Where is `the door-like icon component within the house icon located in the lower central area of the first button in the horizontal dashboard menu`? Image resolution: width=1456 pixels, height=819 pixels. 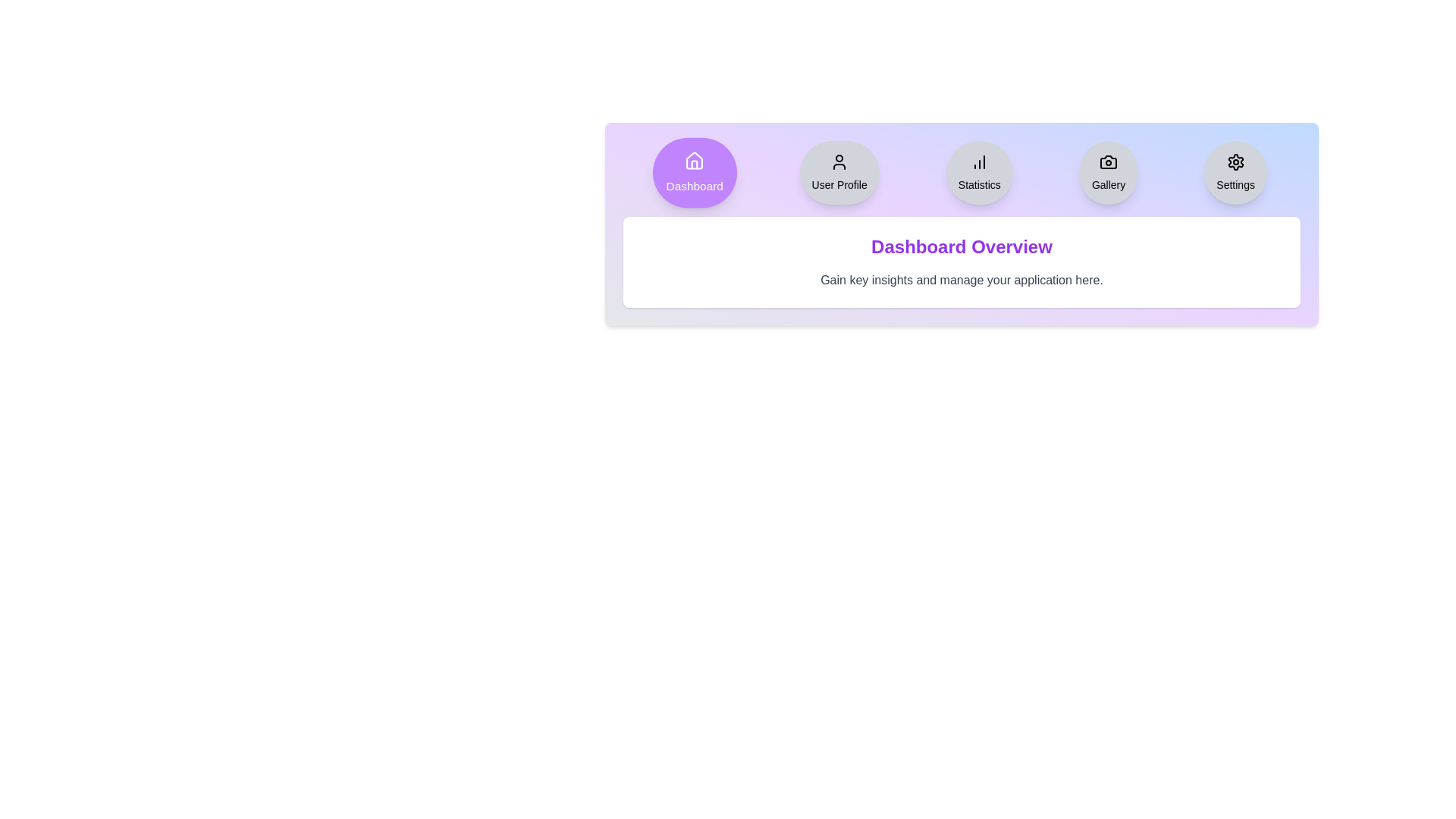
the door-like icon component within the house icon located in the lower central area of the first button in the horizontal dashboard menu is located at coordinates (694, 164).